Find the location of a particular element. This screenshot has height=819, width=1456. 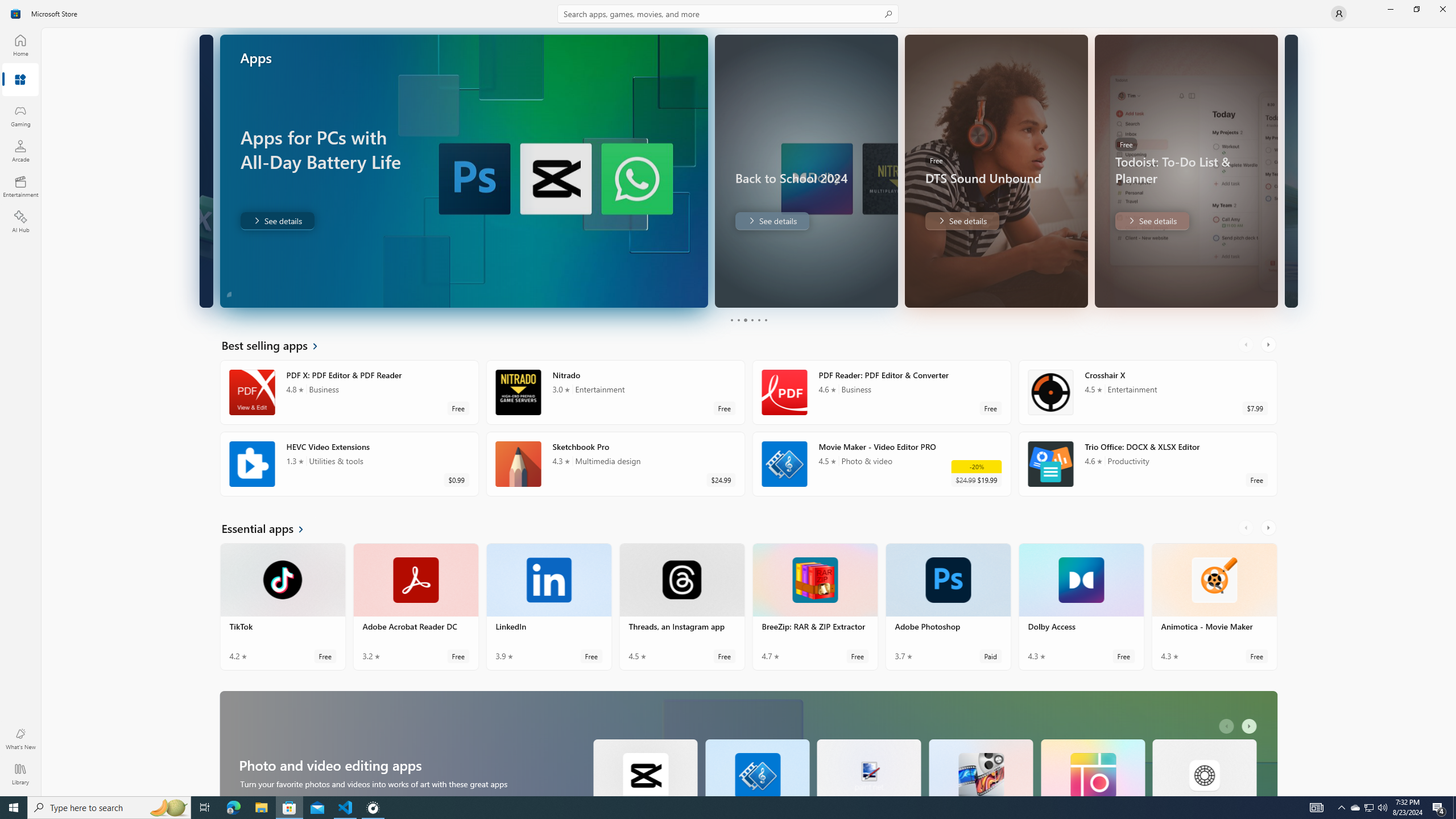

'Pager' is located at coordinates (747, 320).